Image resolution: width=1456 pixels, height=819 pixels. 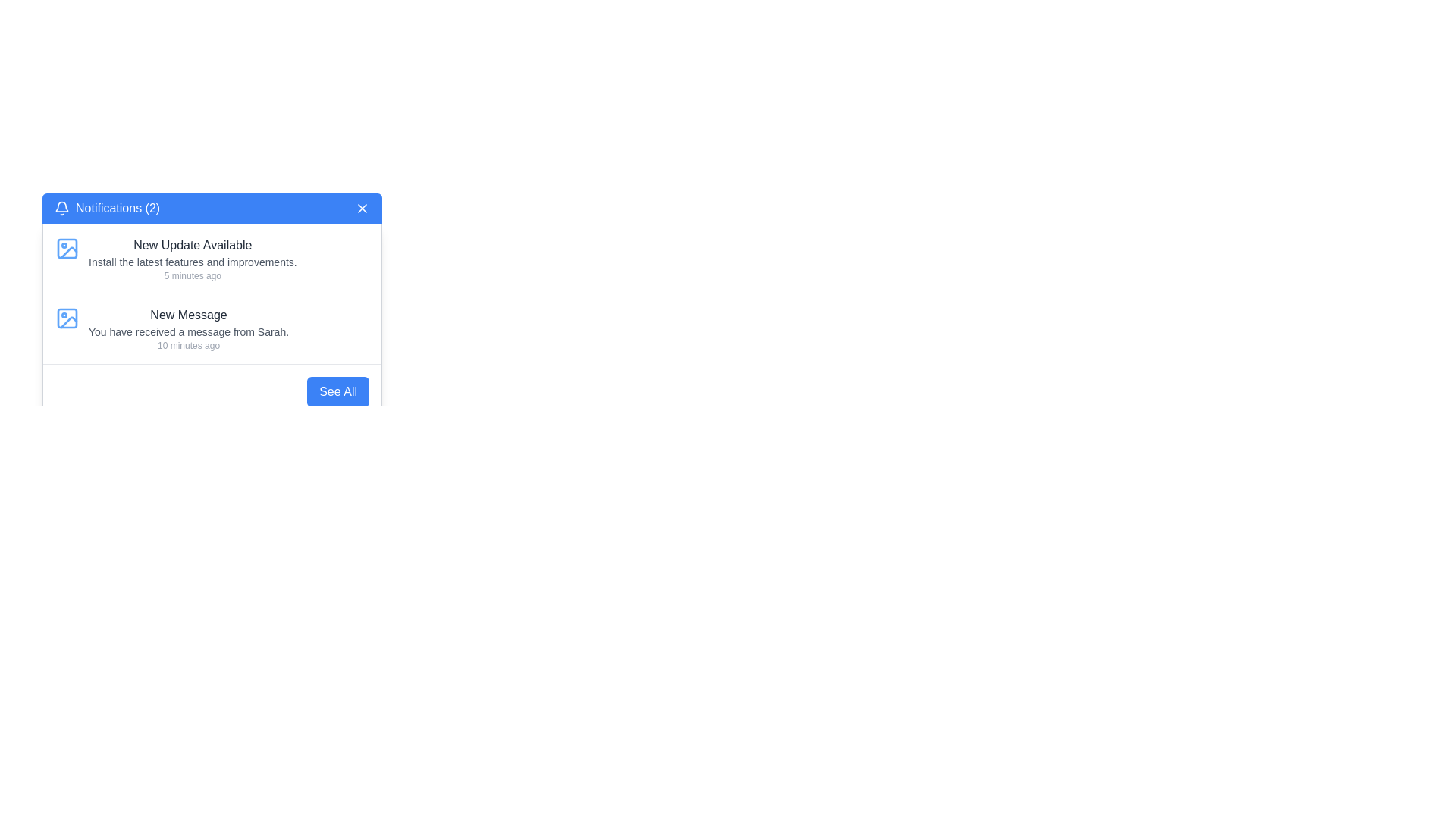 What do you see at coordinates (192, 245) in the screenshot?
I see `the notification title text that informs the user about the availability of a new update` at bounding box center [192, 245].